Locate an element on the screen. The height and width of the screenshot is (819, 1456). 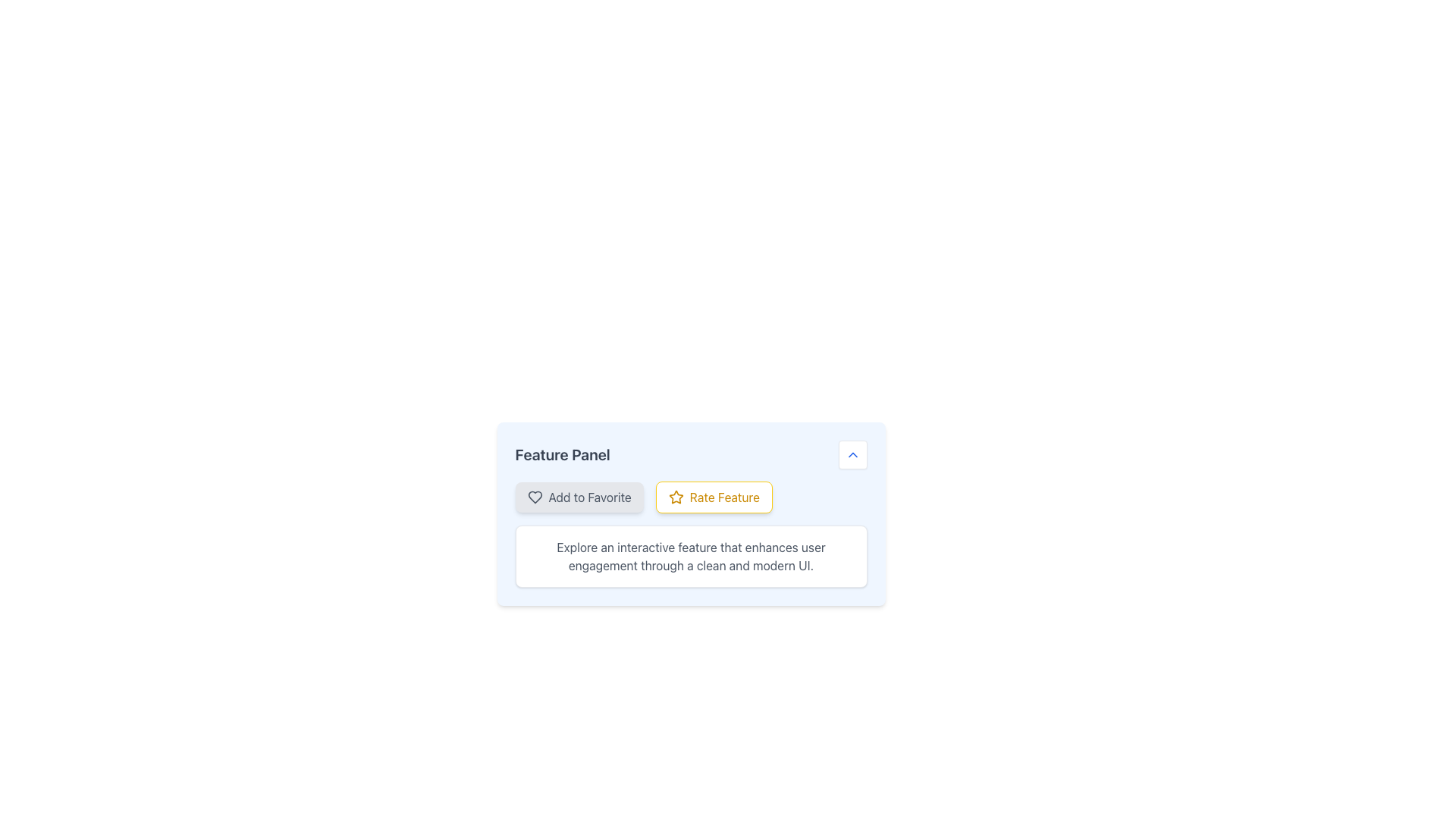
text displayed in the Informational Text Box, which contains the message: 'Explore an interactive feature that enhances user engagement through a clean and modern UI.' is located at coordinates (690, 556).